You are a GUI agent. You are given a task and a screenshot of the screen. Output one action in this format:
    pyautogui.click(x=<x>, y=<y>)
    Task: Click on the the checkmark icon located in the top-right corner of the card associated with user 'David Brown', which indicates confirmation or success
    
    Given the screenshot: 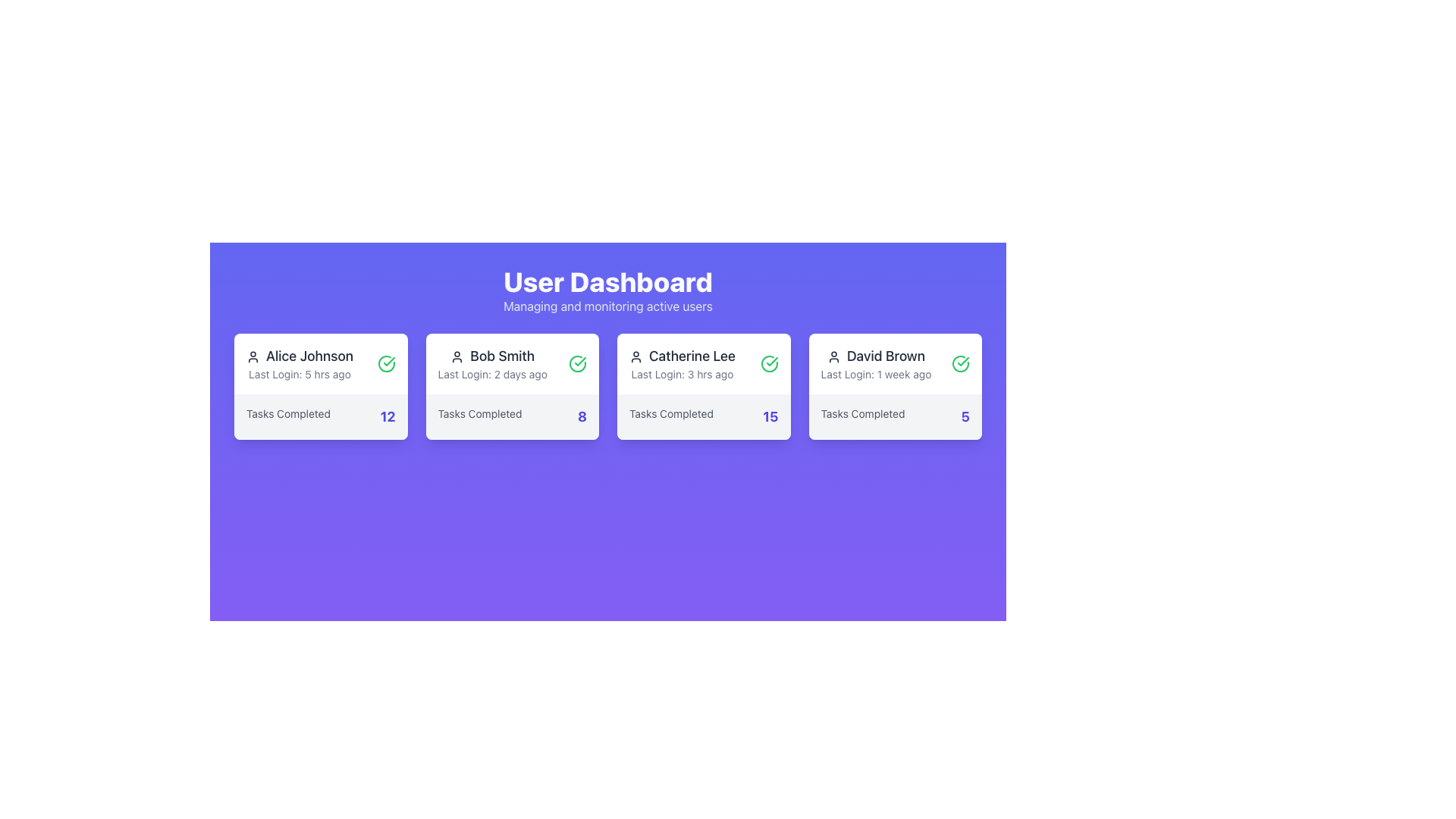 What is the action you would take?
    pyautogui.click(x=960, y=363)
    